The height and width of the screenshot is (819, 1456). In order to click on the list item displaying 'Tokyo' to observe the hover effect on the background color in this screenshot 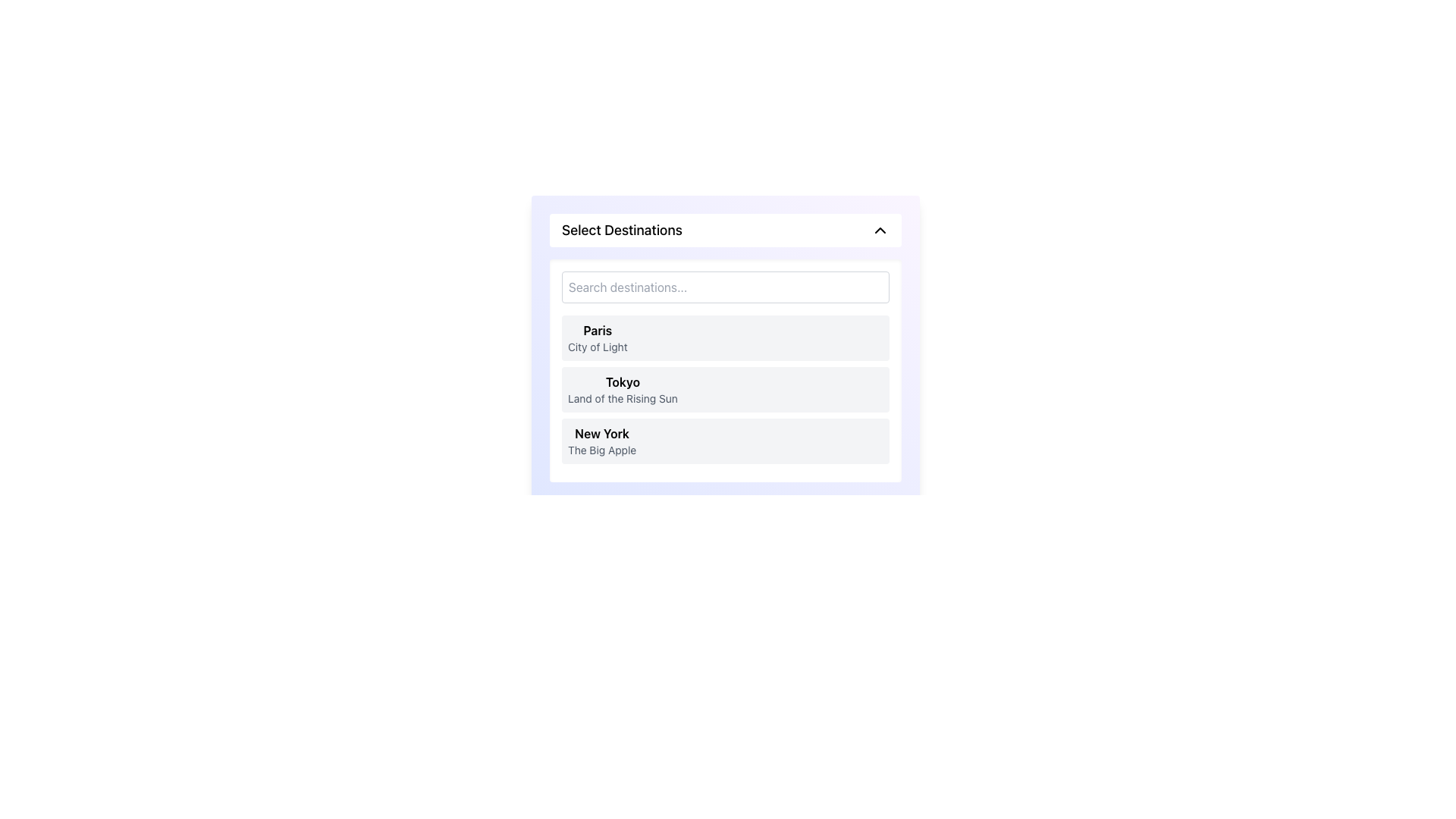, I will do `click(724, 388)`.